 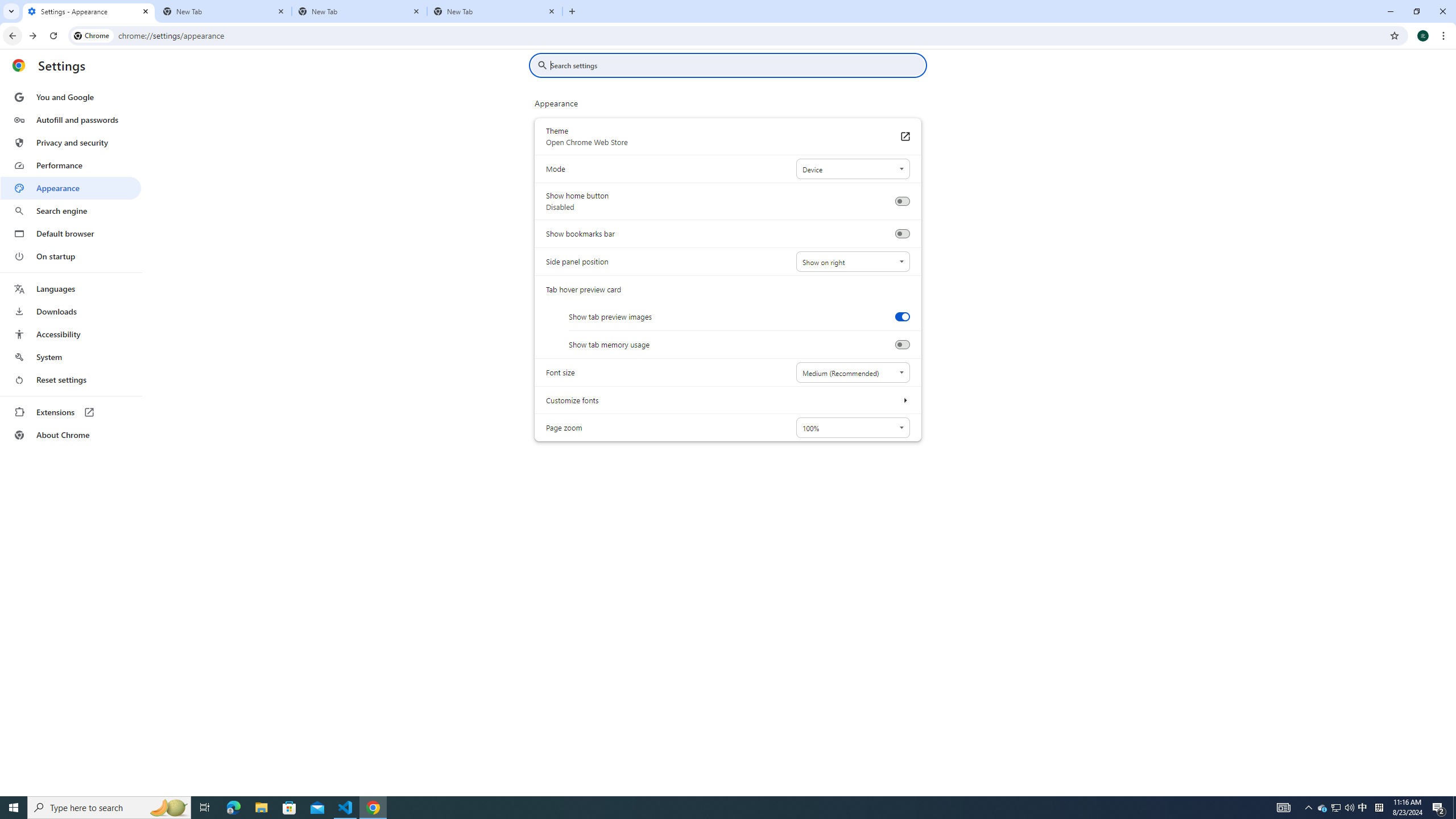 I want to click on 'Reset settings', so click(x=70, y=379).